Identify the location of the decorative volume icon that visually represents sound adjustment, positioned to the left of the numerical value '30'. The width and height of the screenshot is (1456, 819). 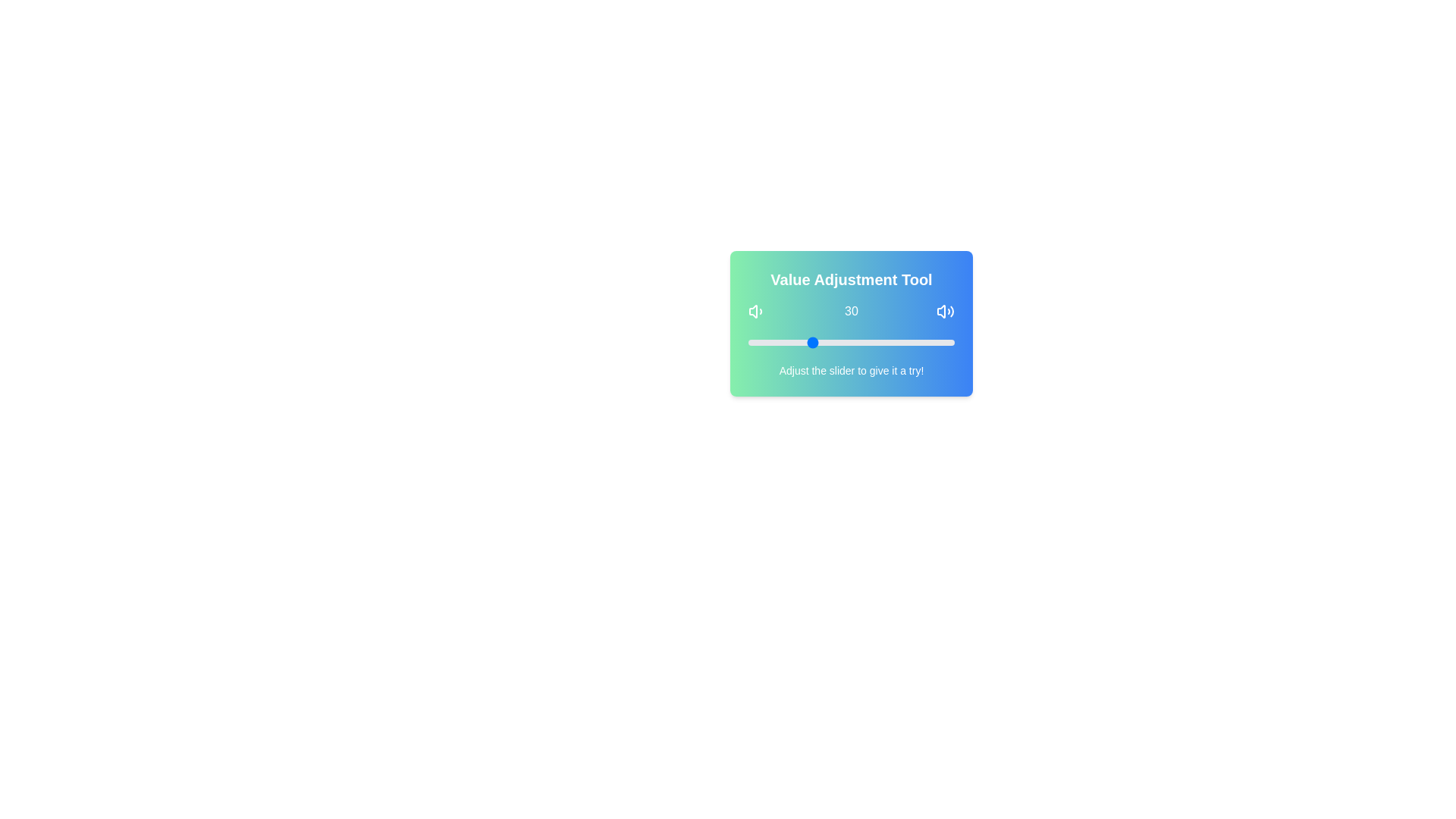
(757, 311).